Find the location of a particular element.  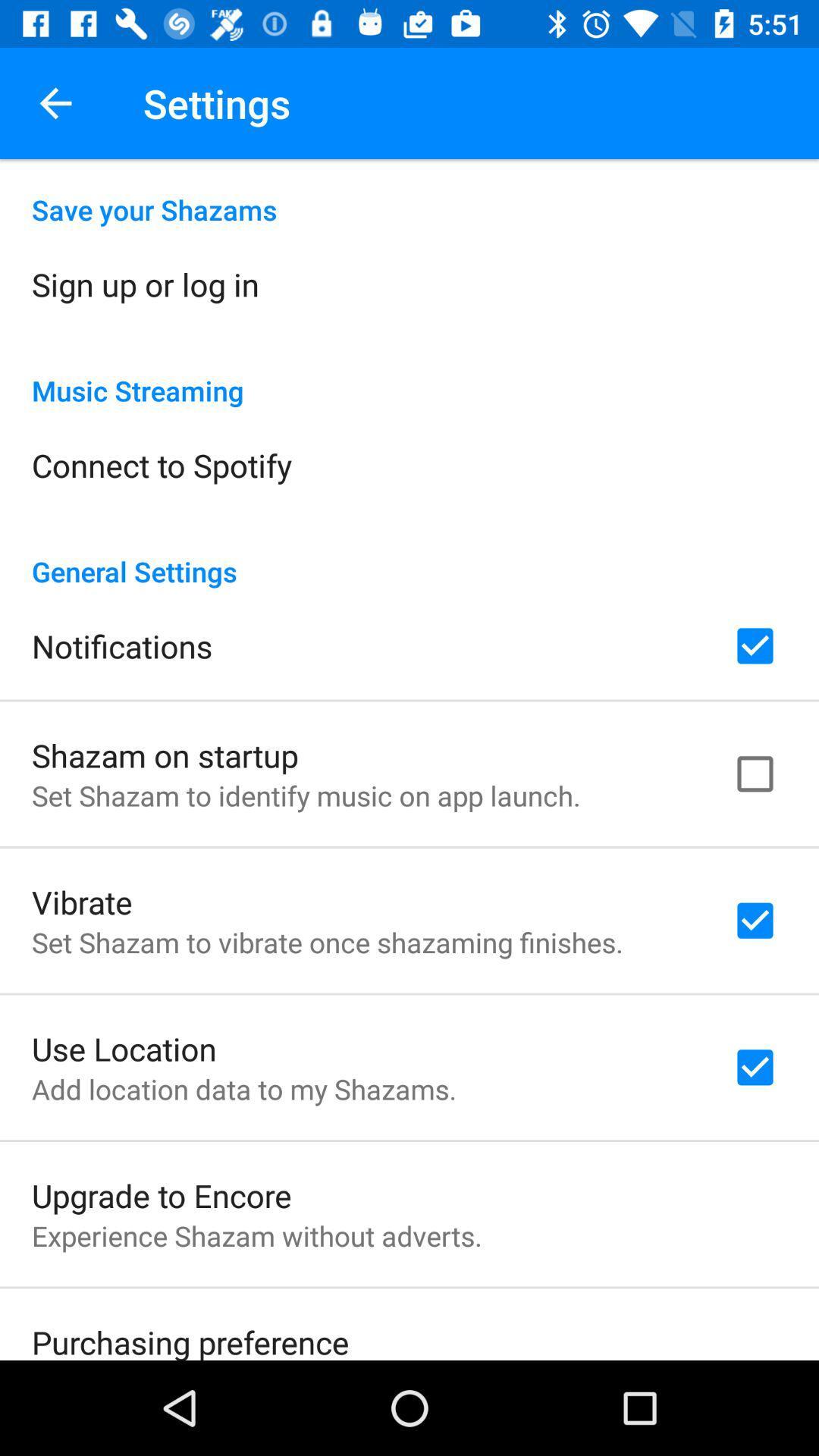

the connect to spotify item is located at coordinates (162, 464).